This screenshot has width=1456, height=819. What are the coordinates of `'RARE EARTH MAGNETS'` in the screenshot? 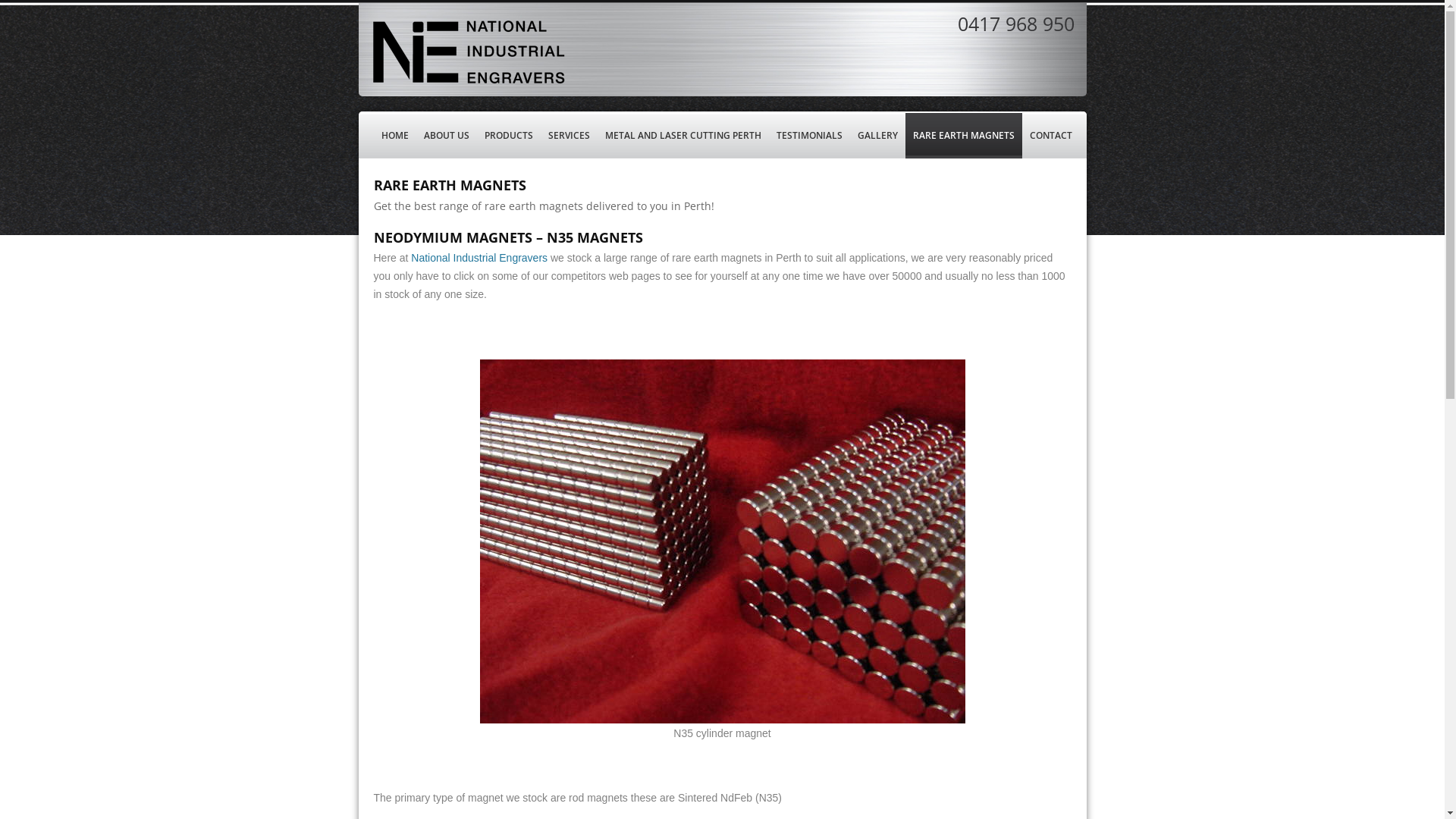 It's located at (963, 134).